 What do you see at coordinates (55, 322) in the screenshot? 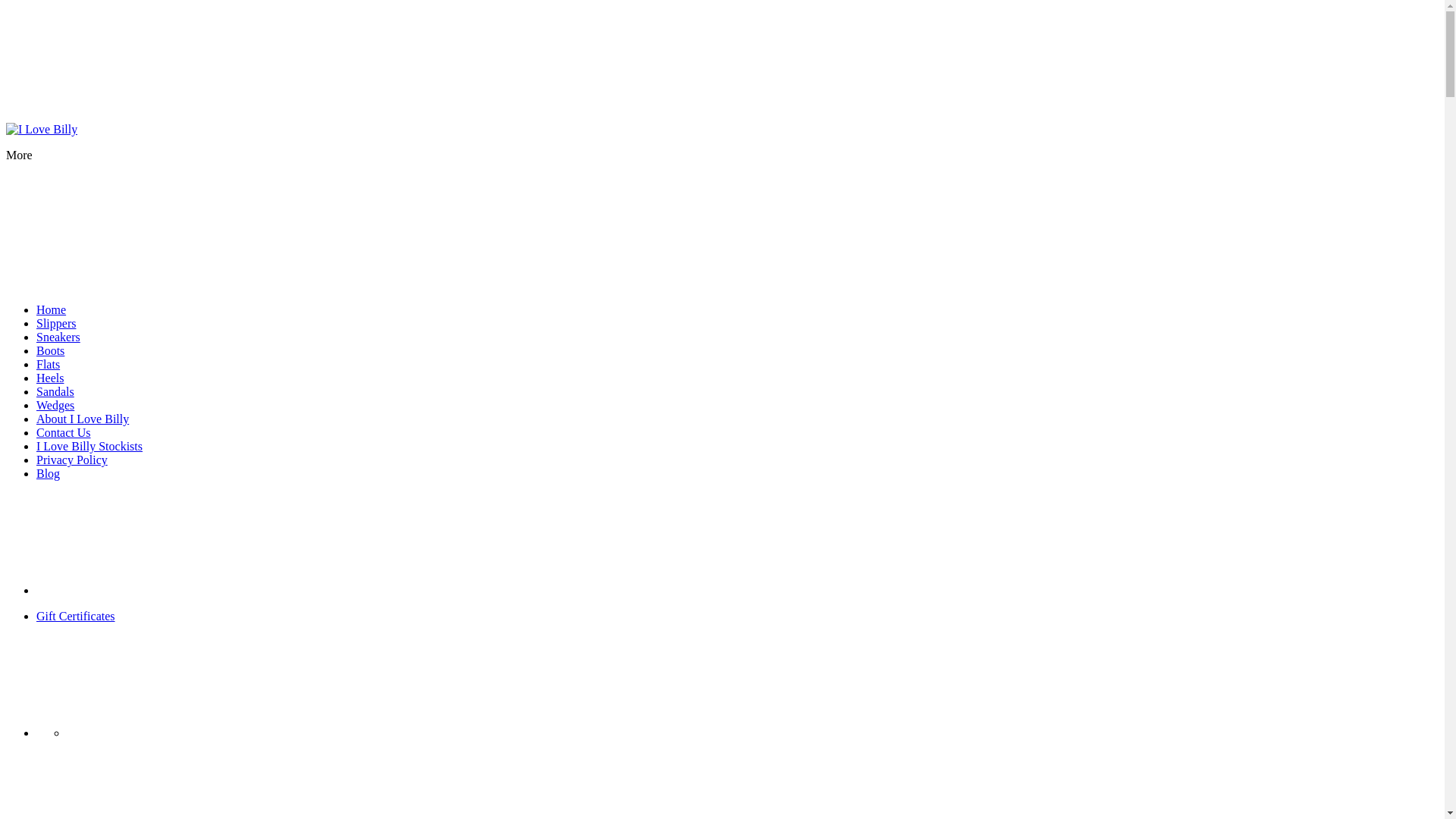
I see `'Slippers'` at bounding box center [55, 322].